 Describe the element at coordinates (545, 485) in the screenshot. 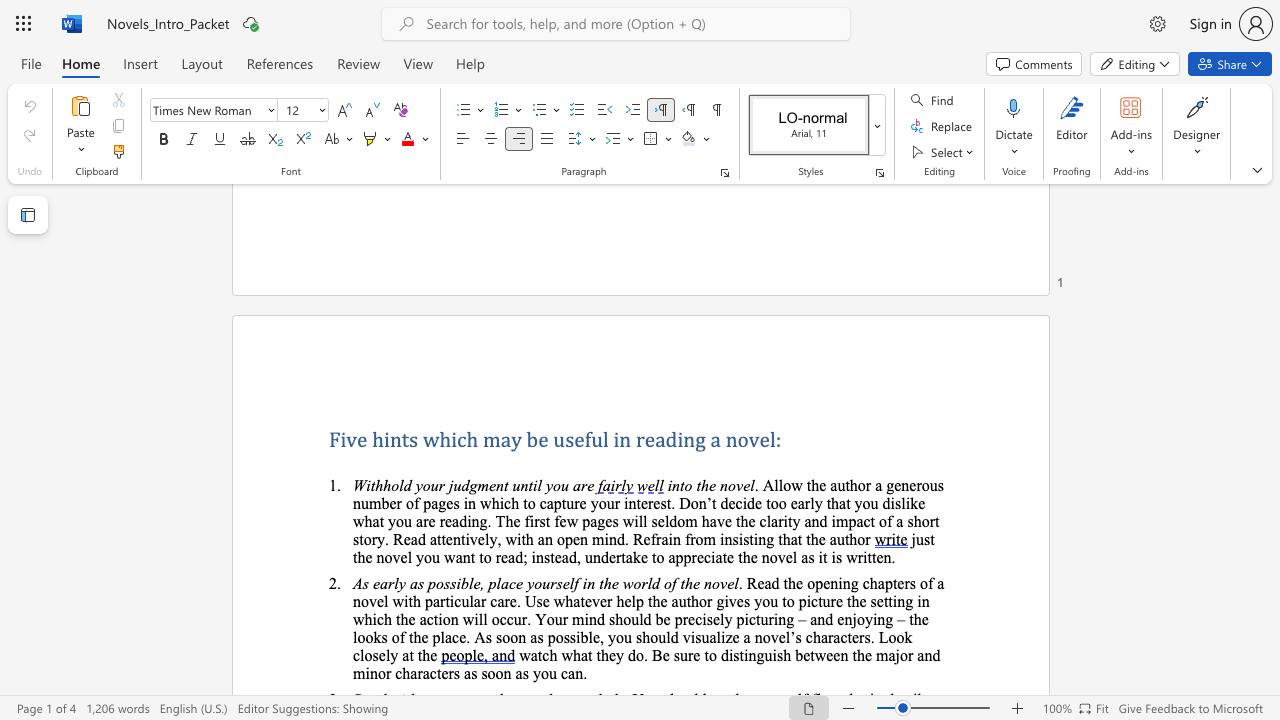

I see `the subset text "you a" within the text "Withhold your judgment until you are"` at that location.